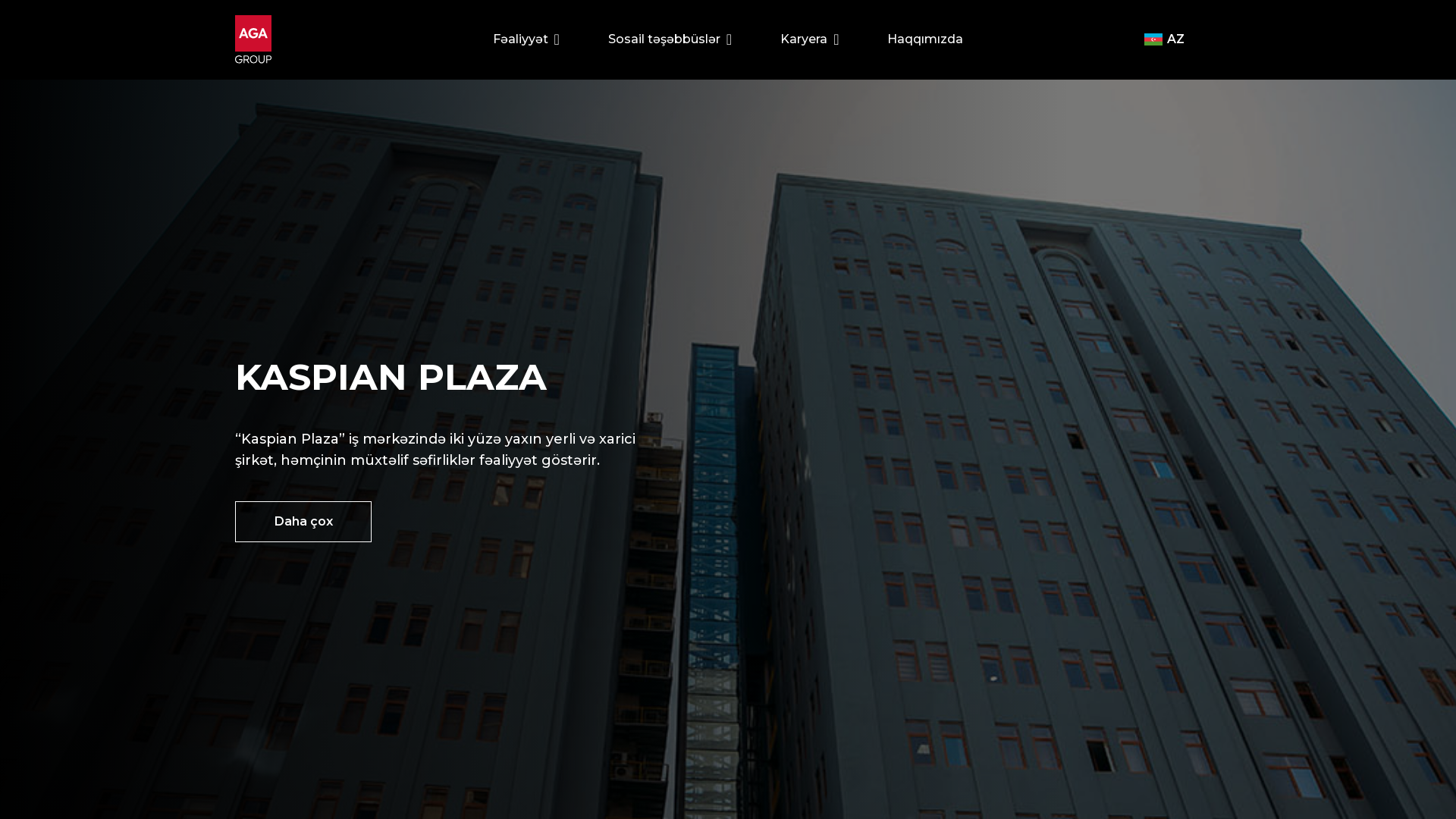 The height and width of the screenshot is (819, 1456). I want to click on 'Karyera', so click(808, 38).